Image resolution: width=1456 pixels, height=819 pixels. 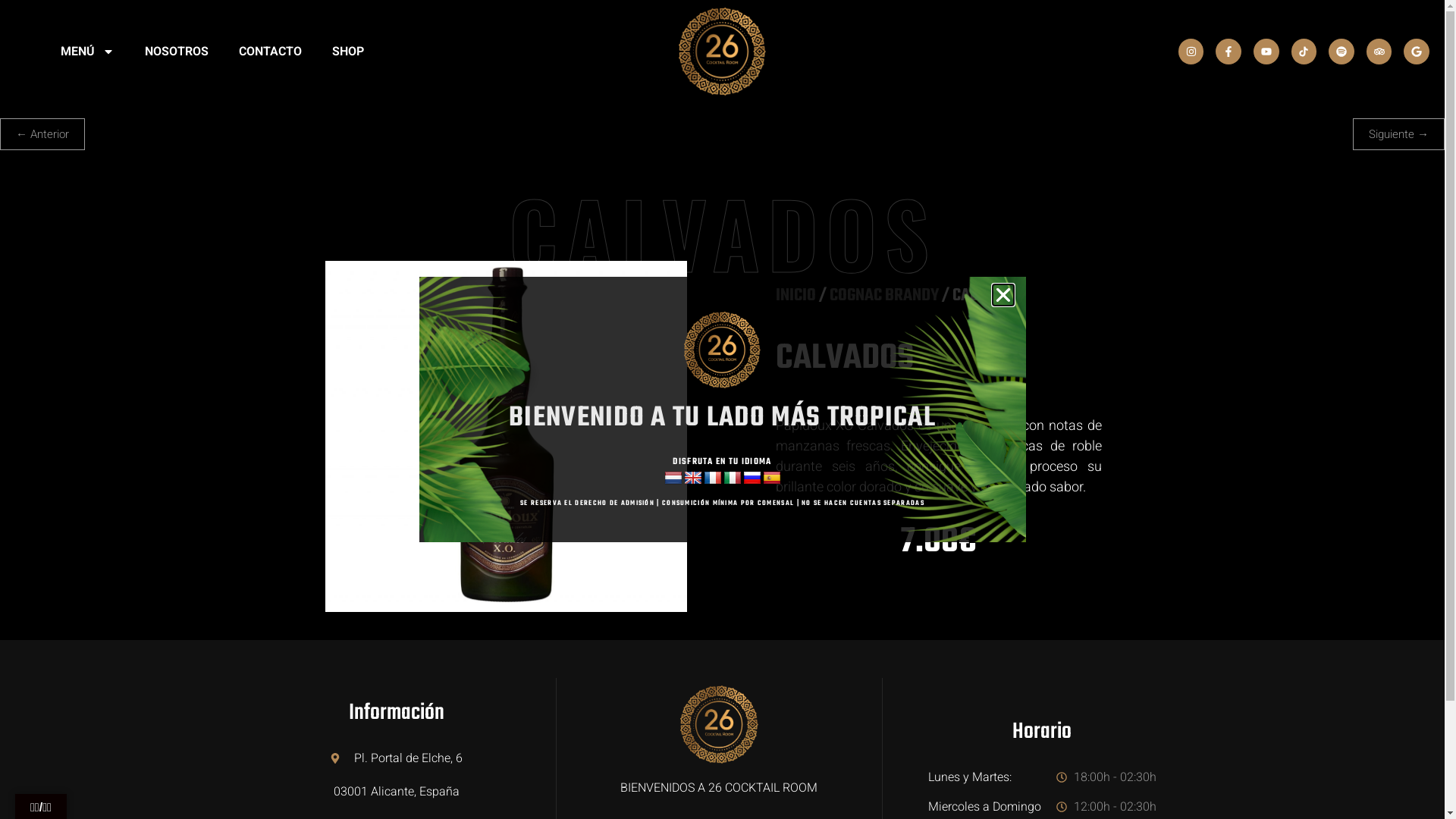 What do you see at coordinates (771, 479) in the screenshot?
I see `'Spanish'` at bounding box center [771, 479].